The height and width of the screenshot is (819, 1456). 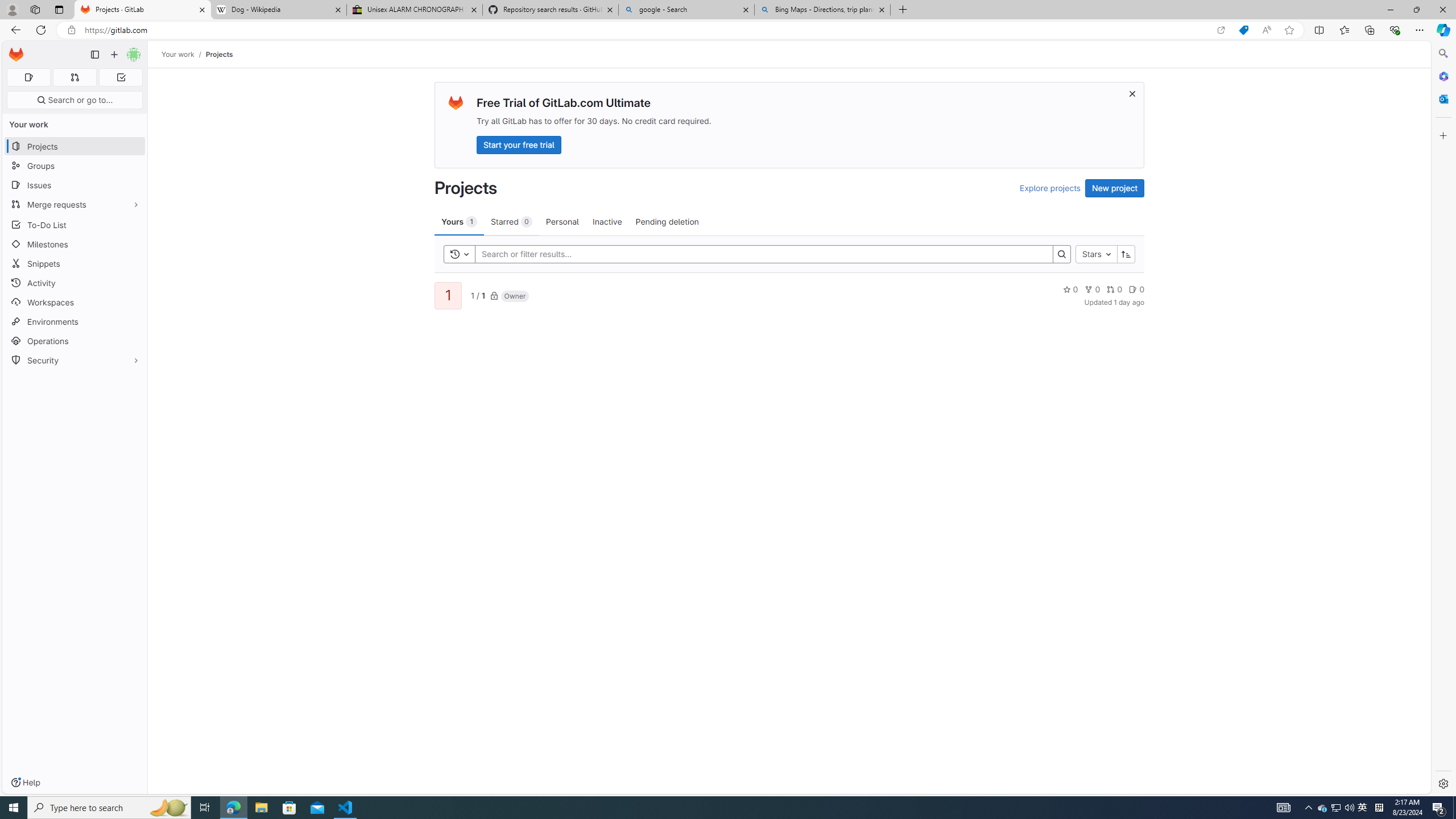 I want to click on 'Activity', so click(x=74, y=283).